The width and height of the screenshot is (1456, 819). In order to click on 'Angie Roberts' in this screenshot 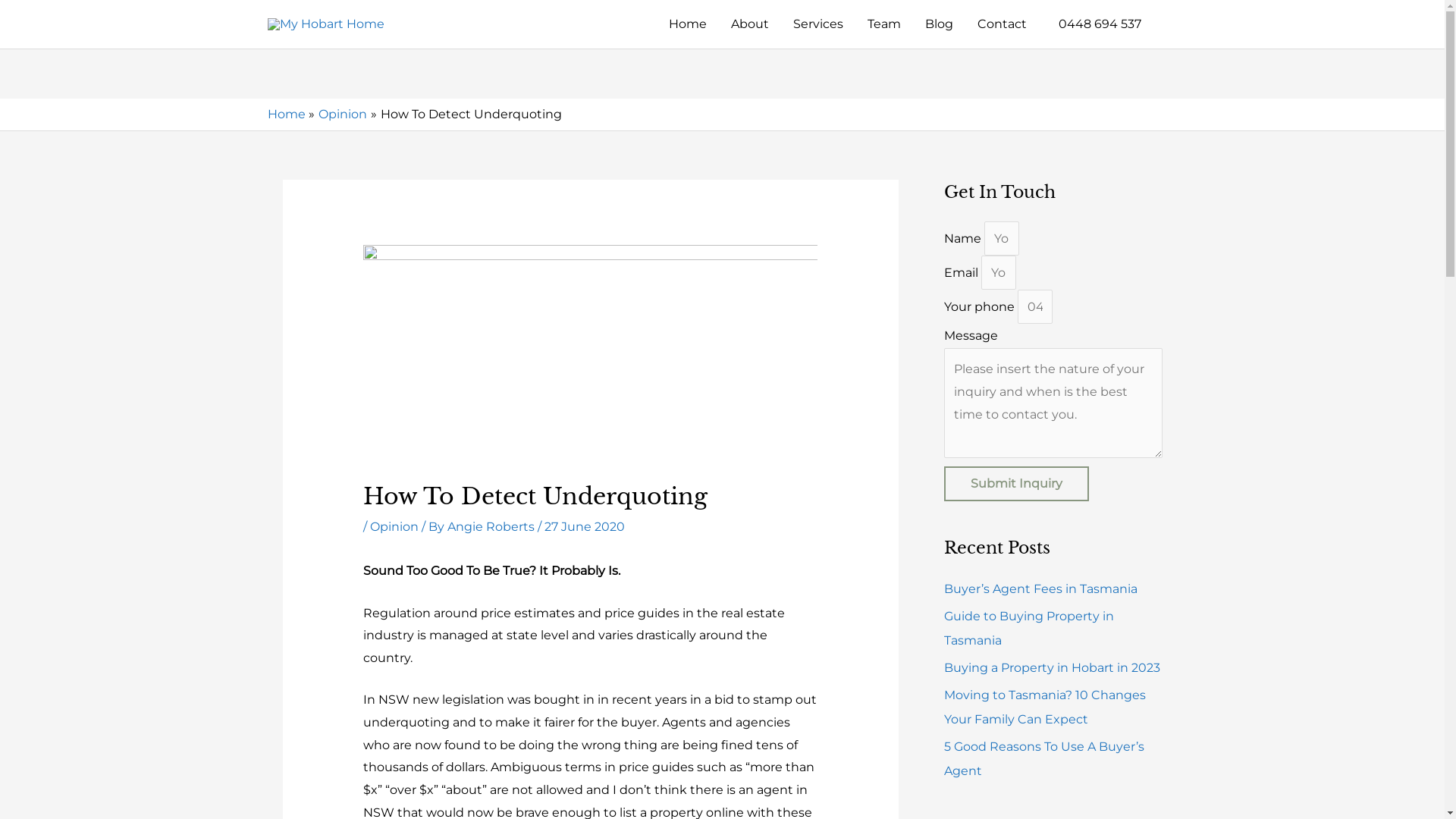, I will do `click(492, 526)`.